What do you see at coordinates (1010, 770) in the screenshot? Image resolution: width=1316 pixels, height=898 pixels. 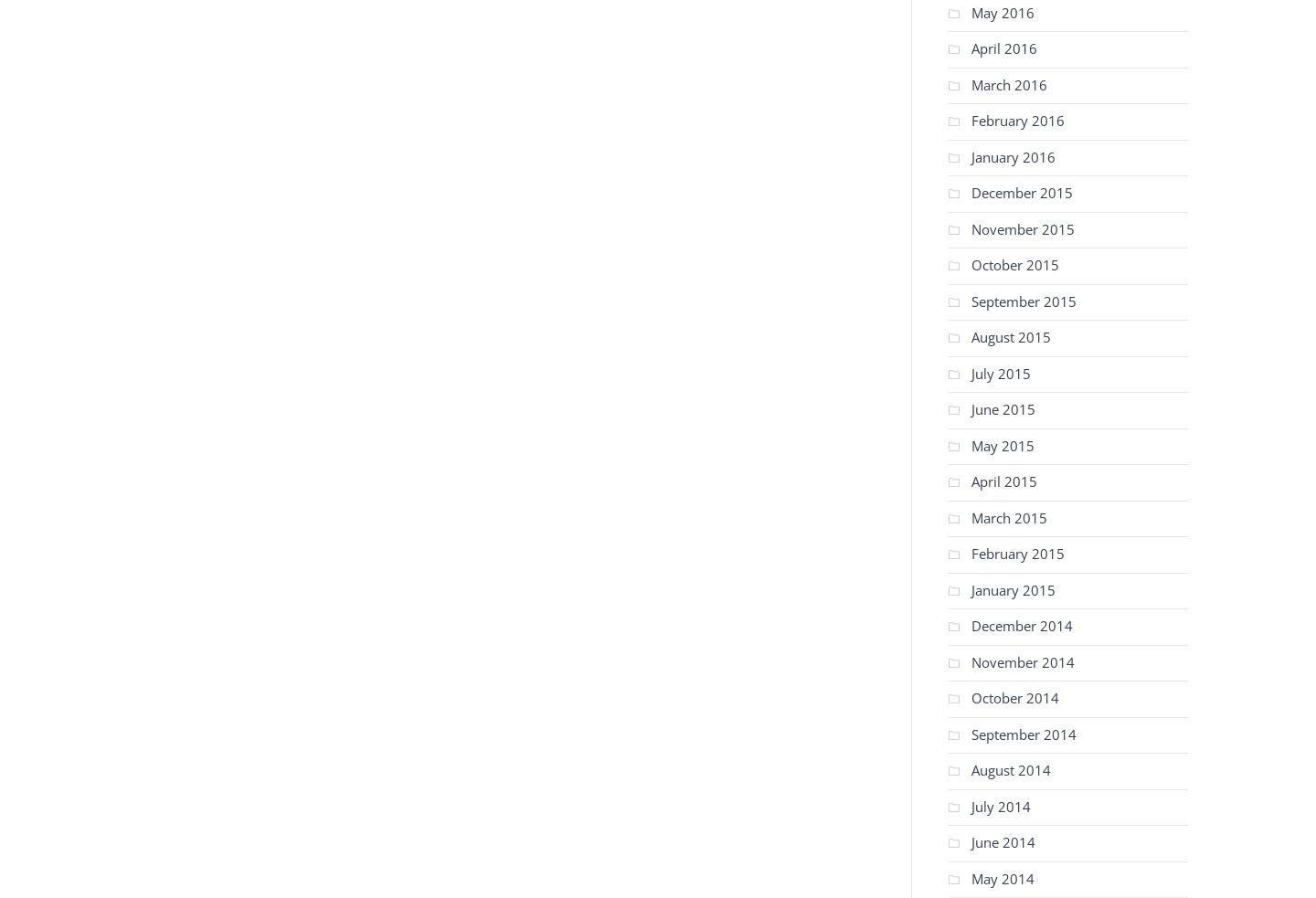 I see `'August 2014'` at bounding box center [1010, 770].